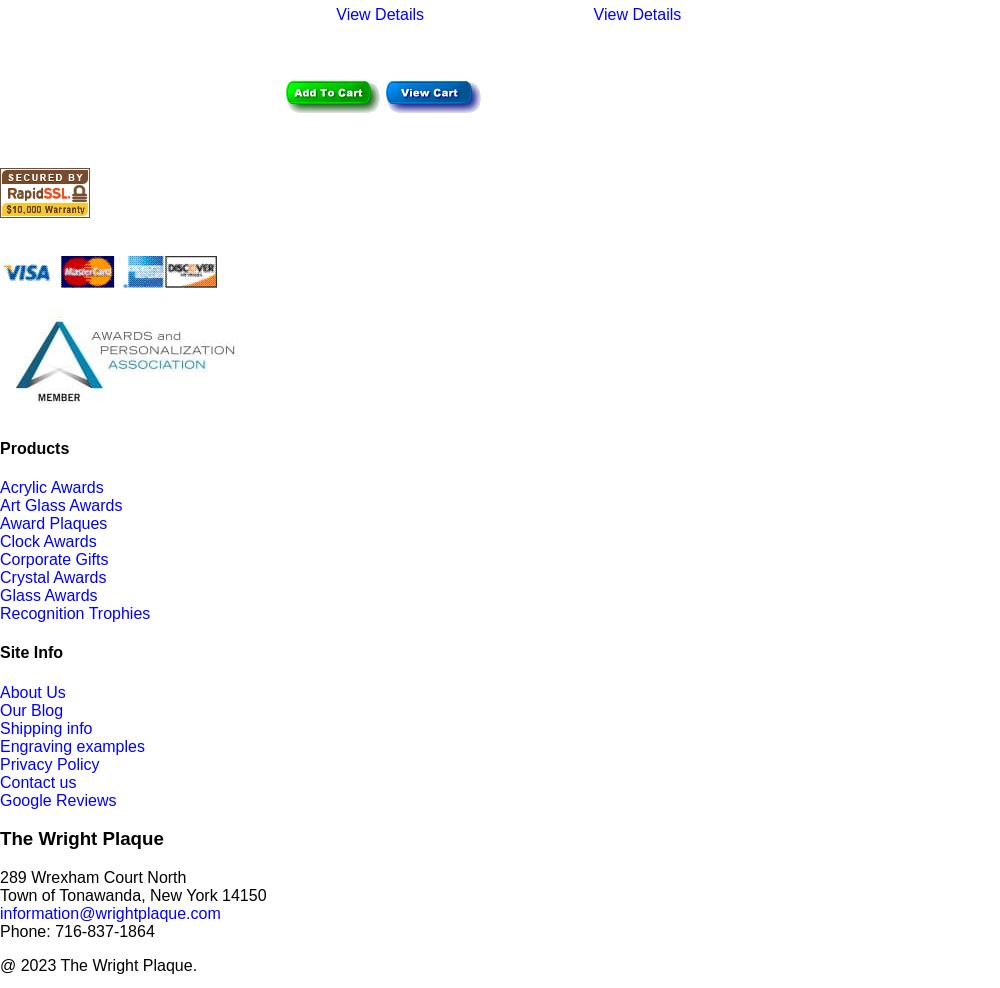 Image resolution: width=1000 pixels, height=988 pixels. What do you see at coordinates (0, 522) in the screenshot?
I see `'Award Plaques'` at bounding box center [0, 522].